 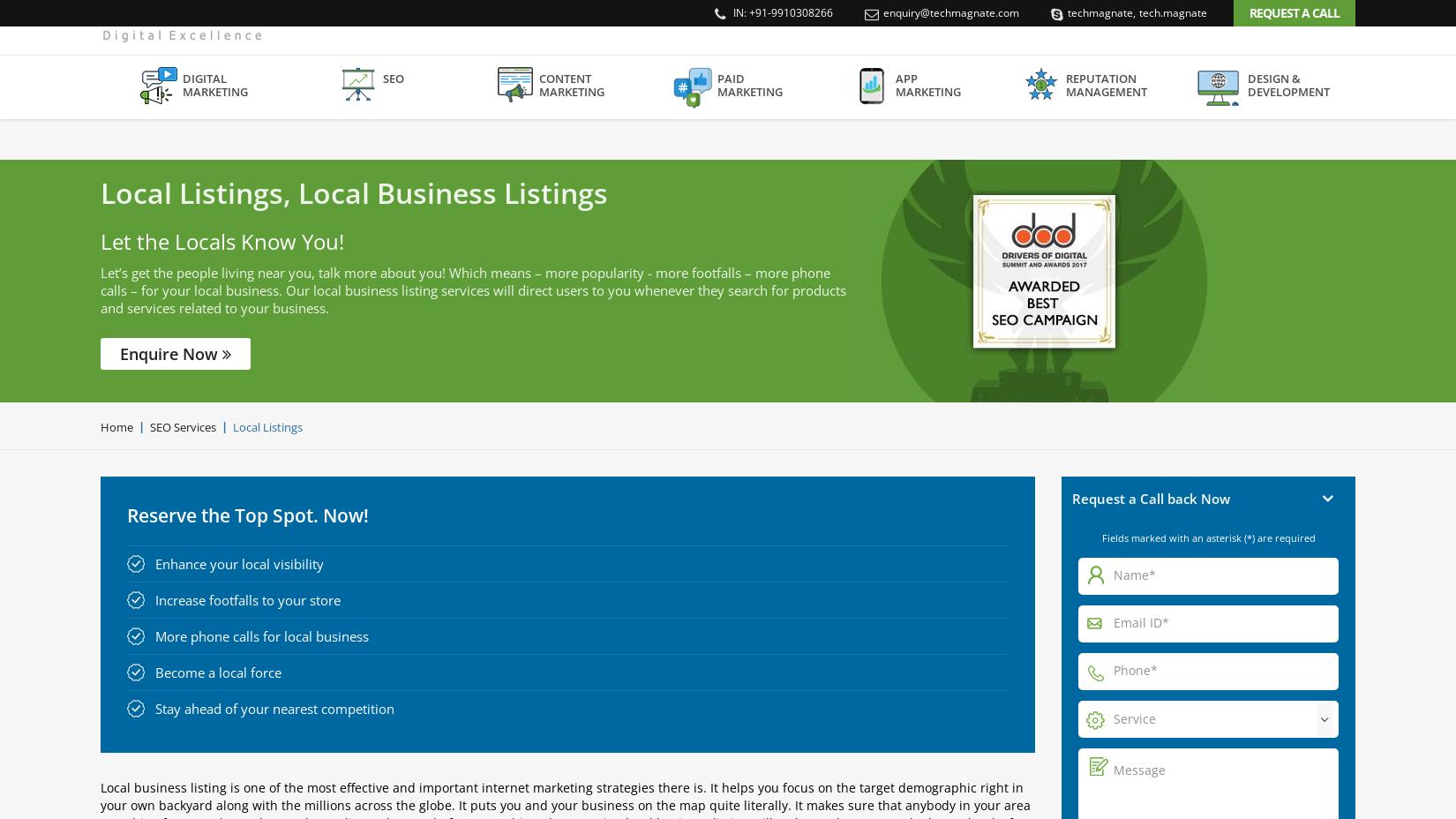 What do you see at coordinates (523, 358) in the screenshot?
I see `'Quora Marketing'` at bounding box center [523, 358].